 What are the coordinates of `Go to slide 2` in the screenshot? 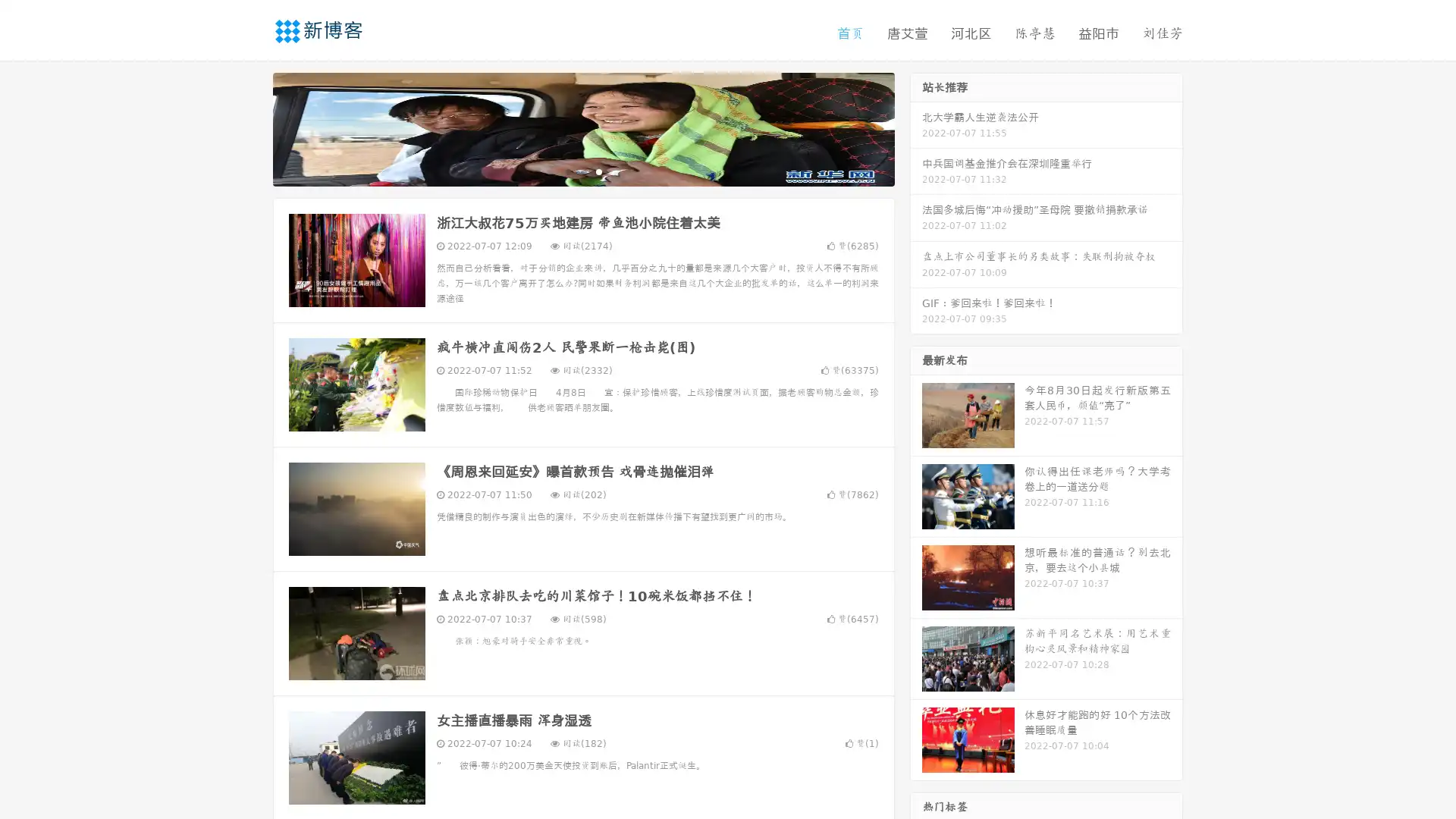 It's located at (582, 171).